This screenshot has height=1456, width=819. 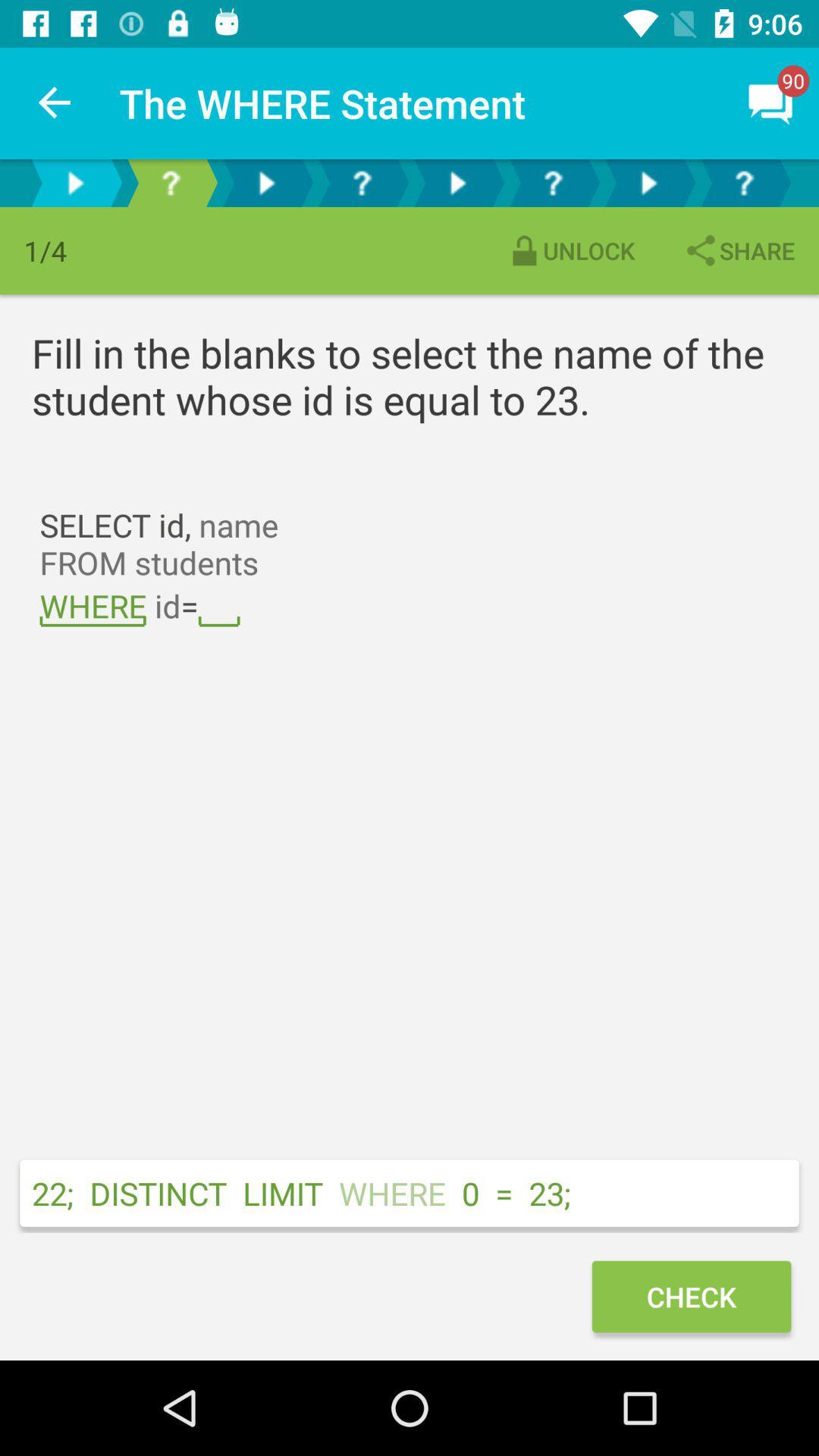 What do you see at coordinates (265, 182) in the screenshot?
I see `another question option` at bounding box center [265, 182].